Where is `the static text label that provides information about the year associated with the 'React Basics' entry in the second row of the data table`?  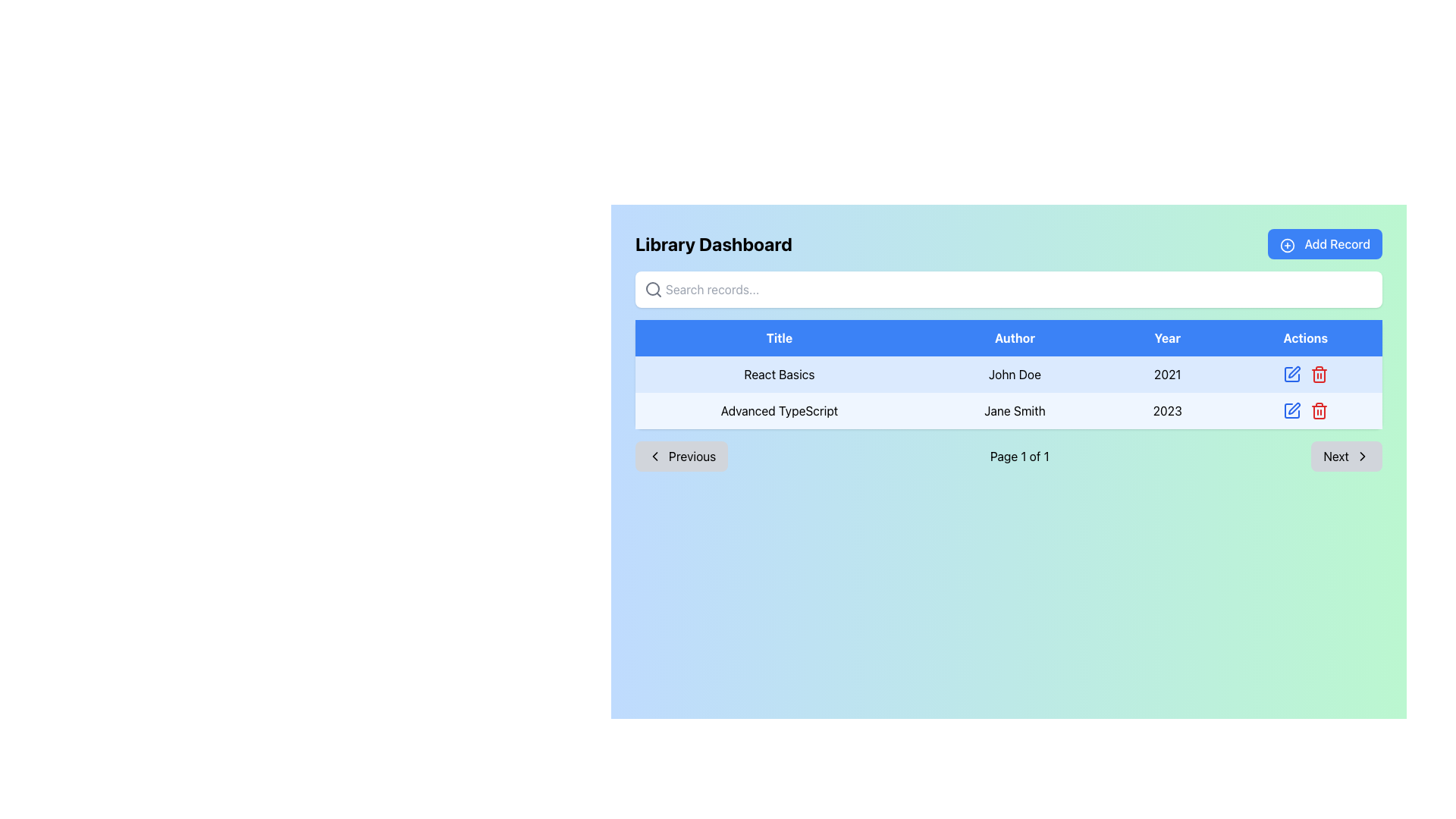
the static text label that provides information about the year associated with the 'React Basics' entry in the second row of the data table is located at coordinates (1166, 374).